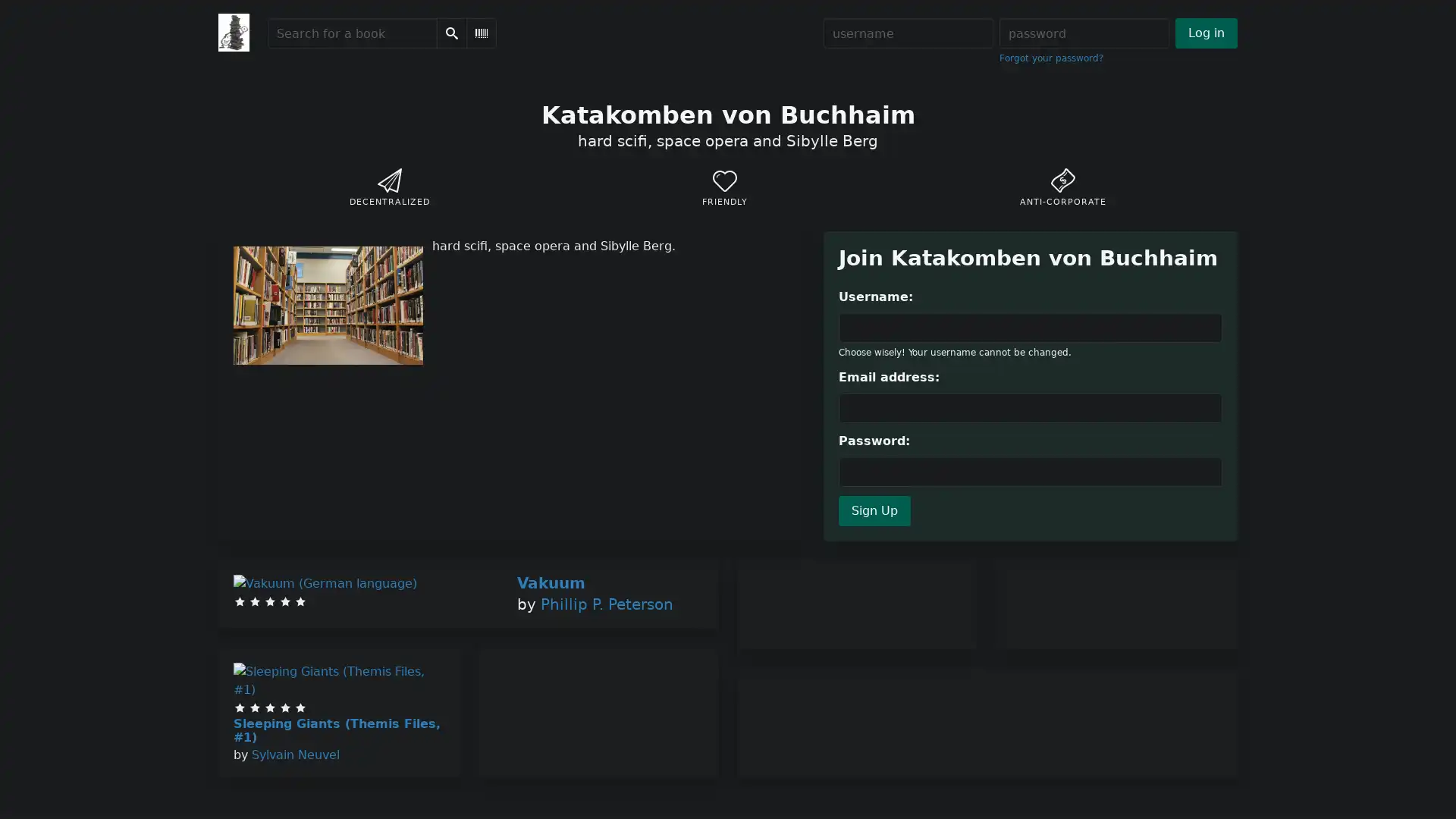 The height and width of the screenshot is (819, 1456). Describe the element at coordinates (479, 33) in the screenshot. I see `Scan Barcode` at that location.